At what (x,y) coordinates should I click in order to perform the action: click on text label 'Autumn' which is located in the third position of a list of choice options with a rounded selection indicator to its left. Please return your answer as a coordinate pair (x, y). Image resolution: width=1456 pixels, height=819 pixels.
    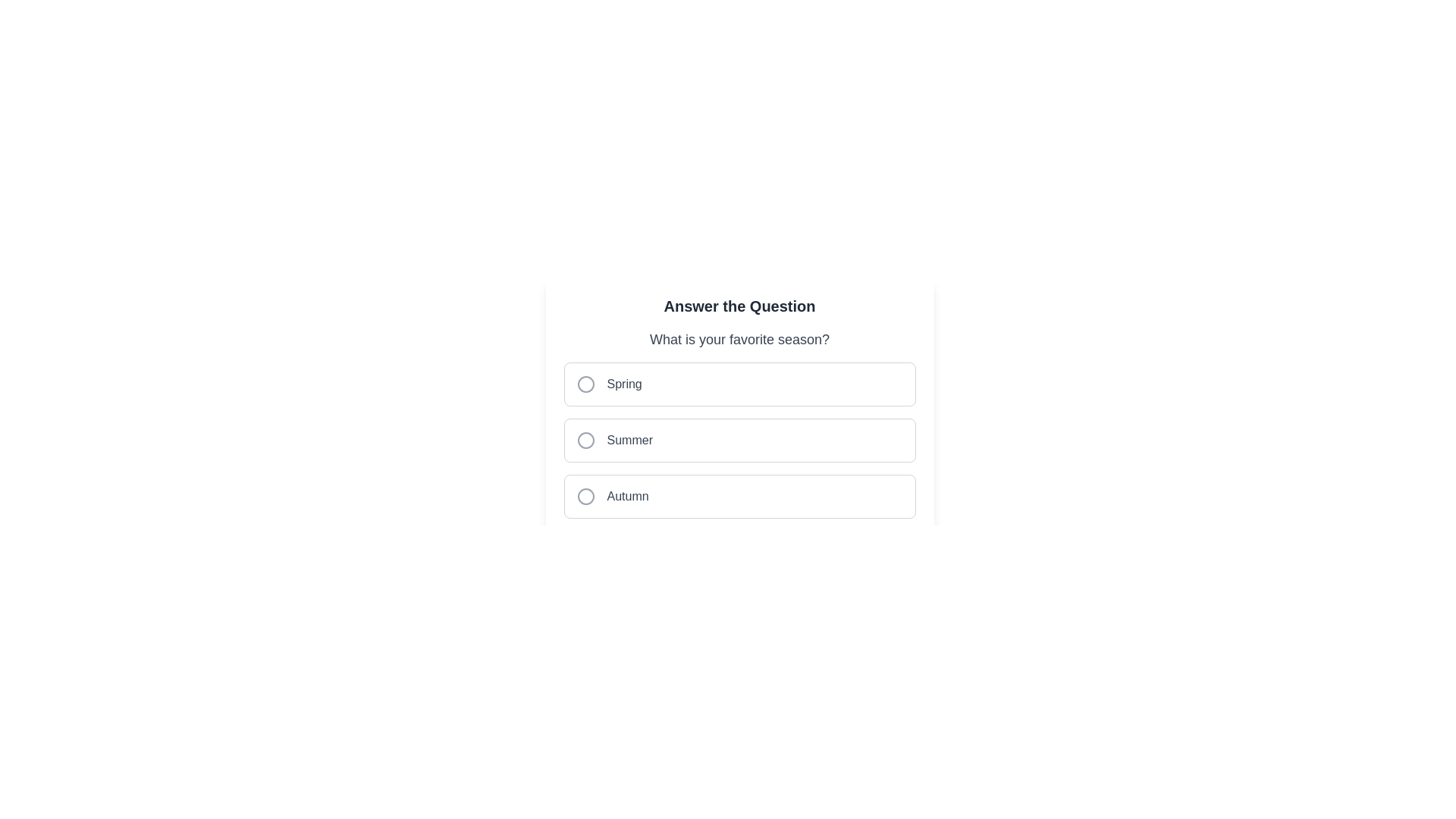
    Looking at the image, I should click on (628, 497).